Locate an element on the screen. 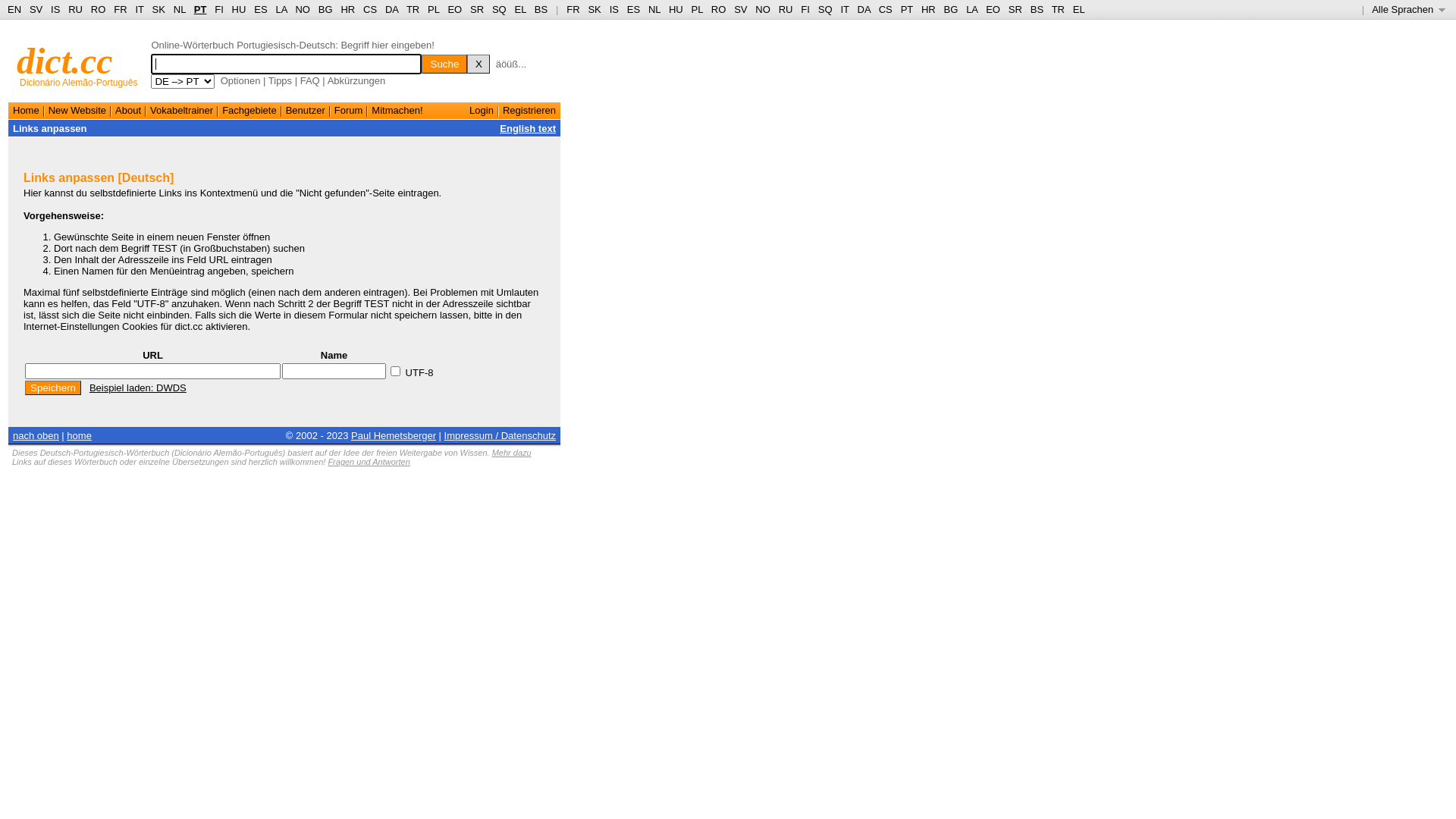  'Speichern' is located at coordinates (53, 387).